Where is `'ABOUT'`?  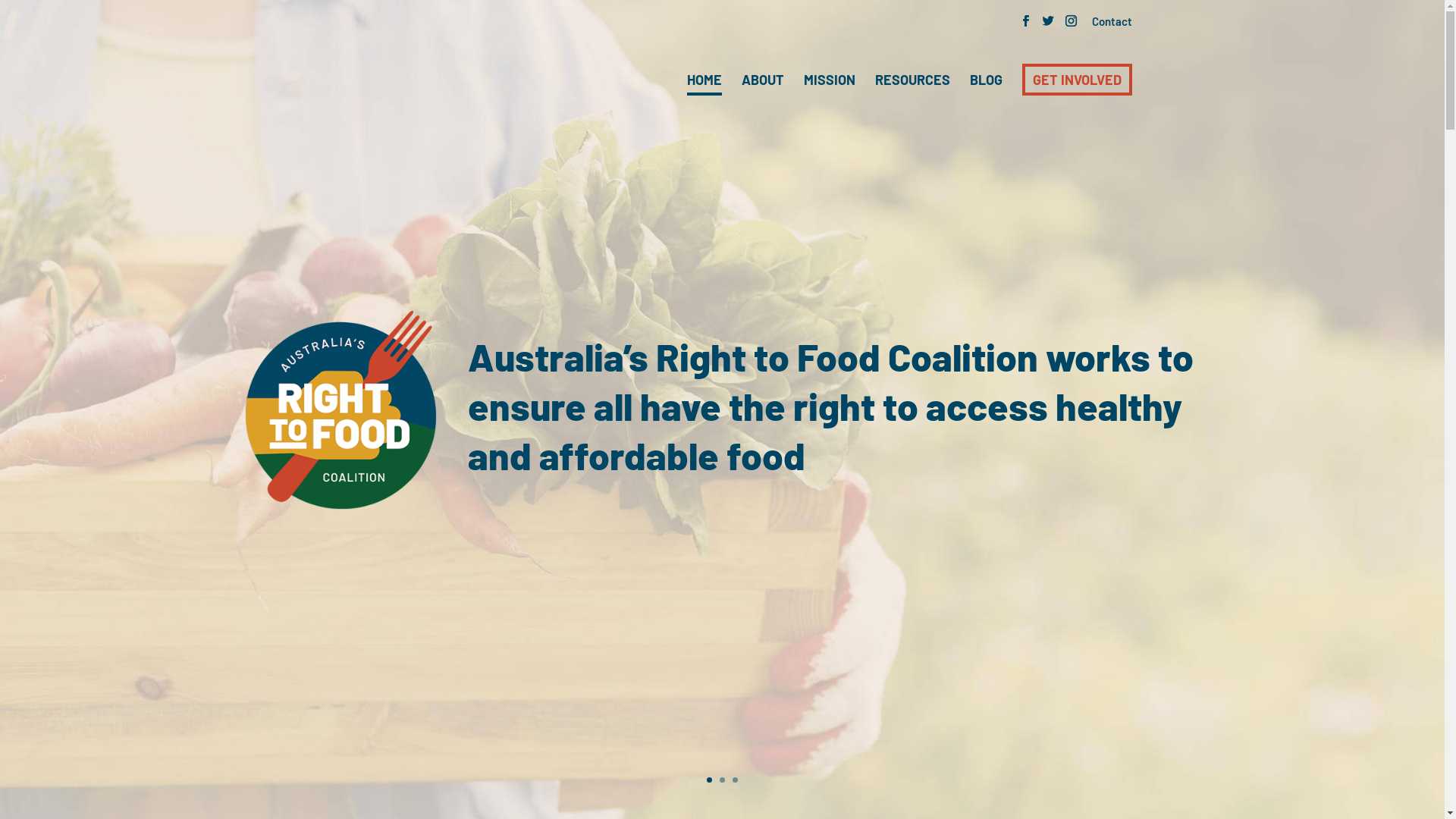
'ABOUT' is located at coordinates (763, 80).